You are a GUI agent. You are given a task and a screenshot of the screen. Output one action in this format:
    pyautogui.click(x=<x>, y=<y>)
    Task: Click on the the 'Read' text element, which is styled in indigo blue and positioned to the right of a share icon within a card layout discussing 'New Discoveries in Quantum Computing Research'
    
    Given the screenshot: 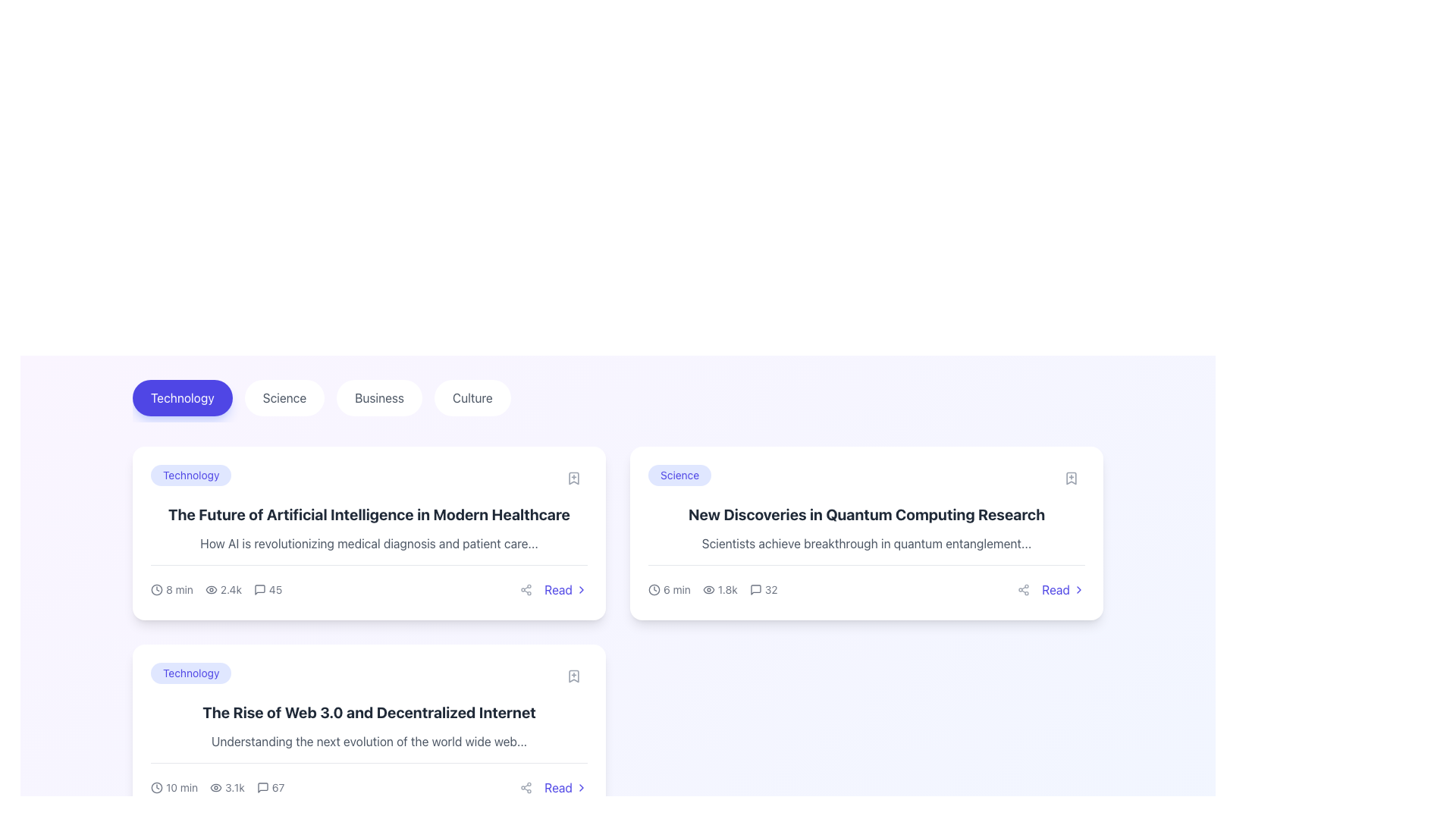 What is the action you would take?
    pyautogui.click(x=1047, y=589)
    